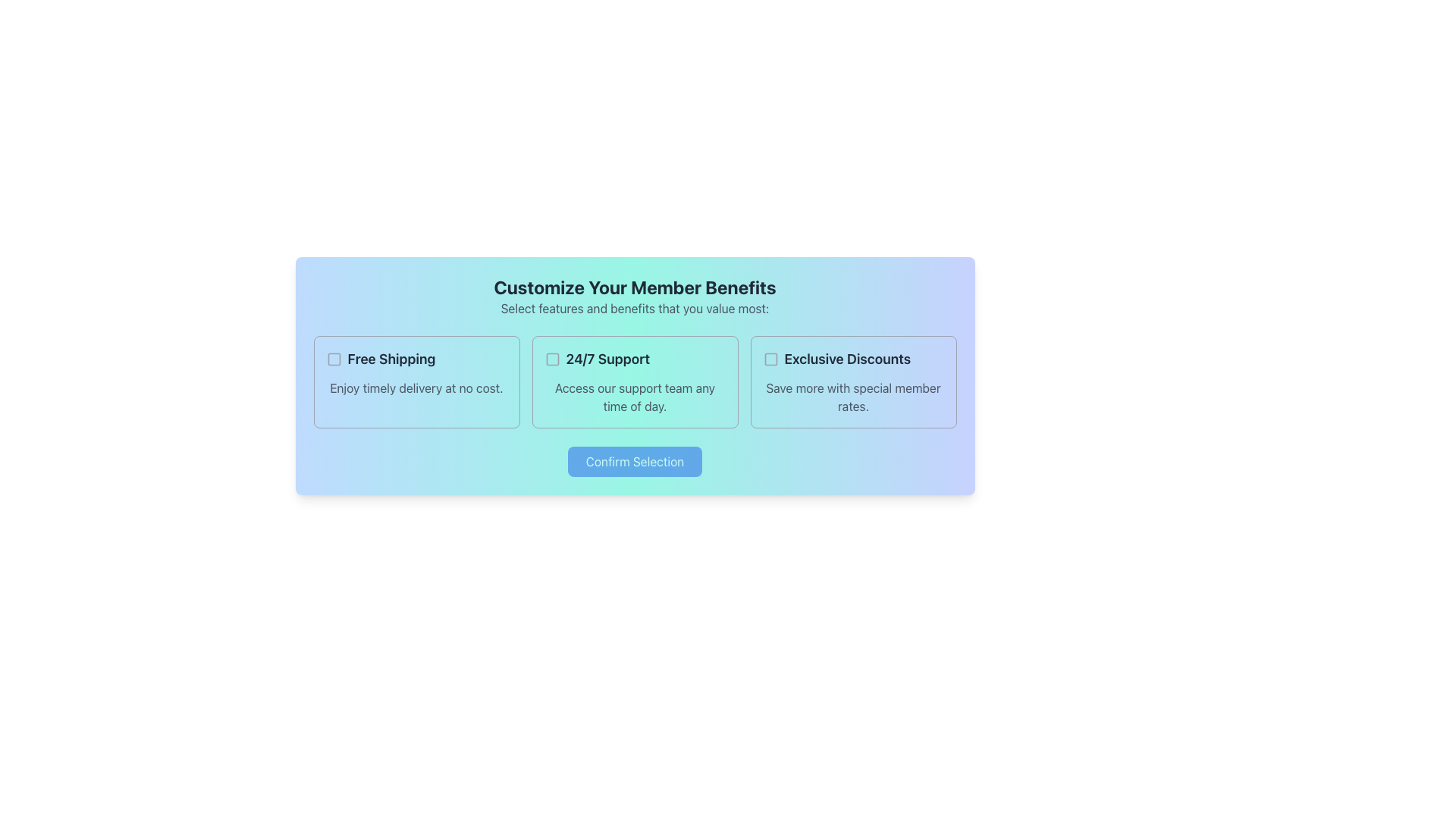 Image resolution: width=1456 pixels, height=819 pixels. I want to click on the confirm button located centrally within the bottom section of the styled card component to confirm the selection of benefits or choices made within the interface, so click(635, 461).